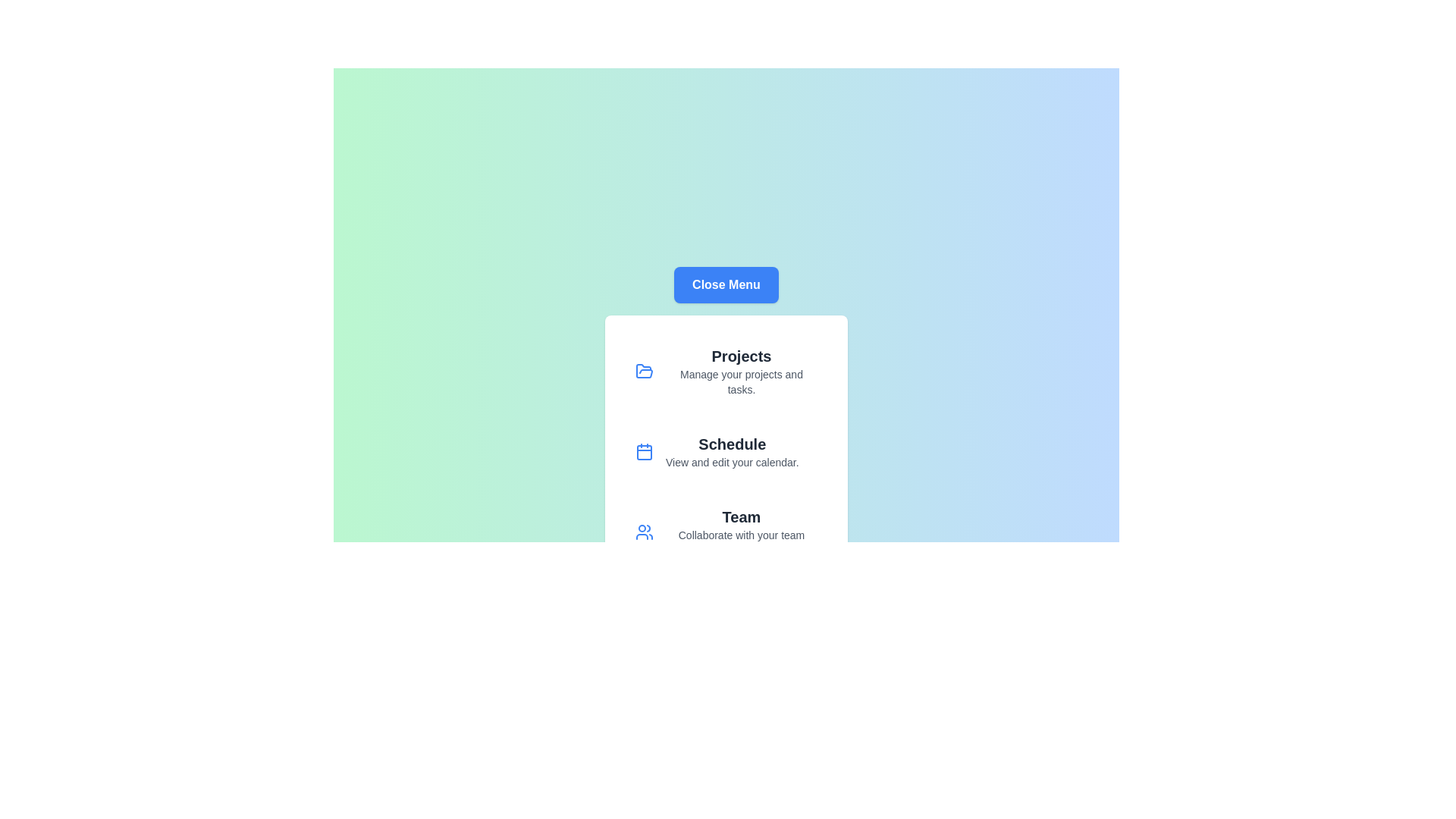 The height and width of the screenshot is (819, 1456). What do you see at coordinates (644, 371) in the screenshot?
I see `the icon corresponding to Projects` at bounding box center [644, 371].